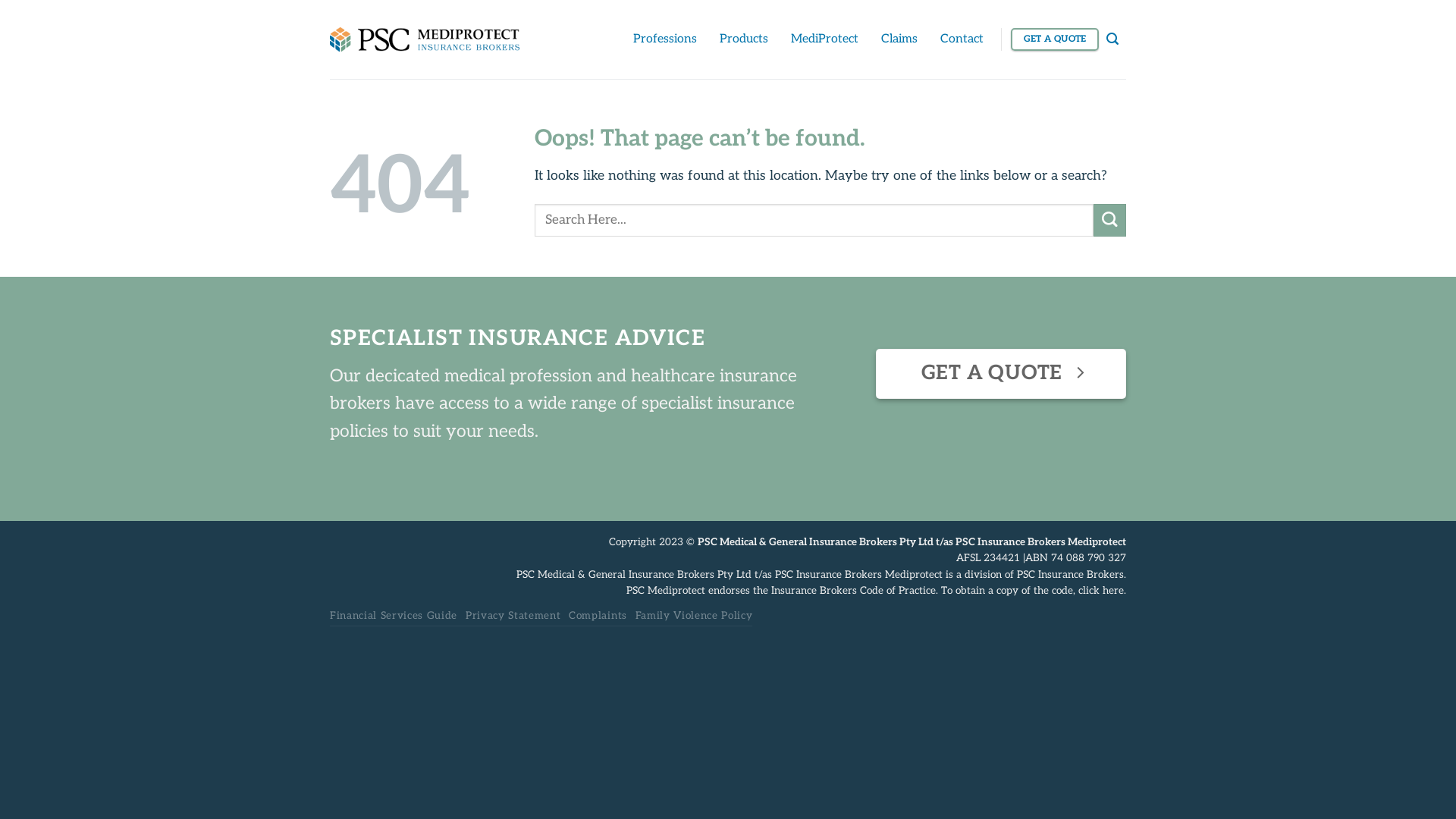 The height and width of the screenshot is (819, 1456). I want to click on 'Complaints', so click(567, 616).